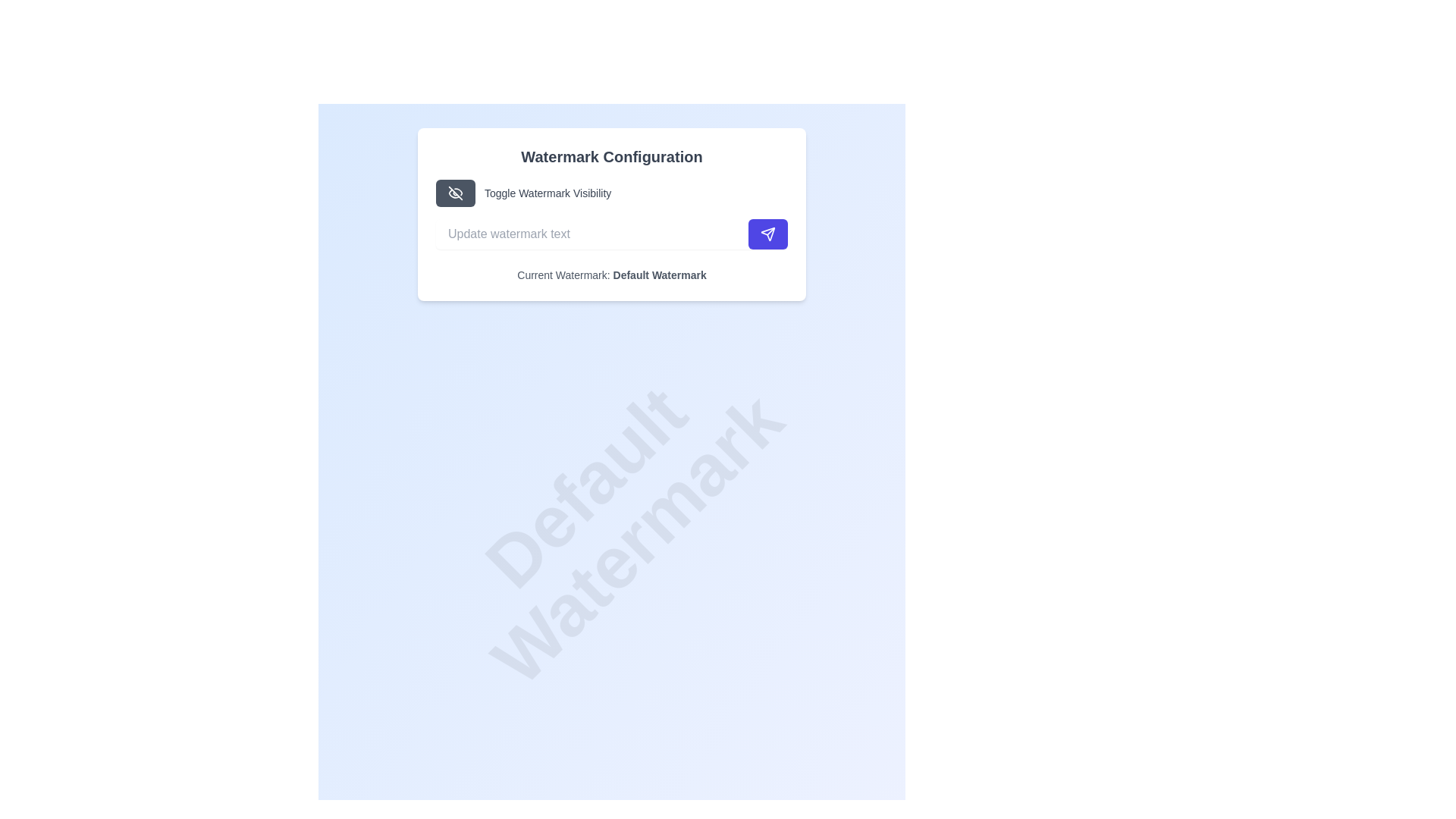  I want to click on the action button located to the right of the 'Update watermark text' field, so click(767, 234).